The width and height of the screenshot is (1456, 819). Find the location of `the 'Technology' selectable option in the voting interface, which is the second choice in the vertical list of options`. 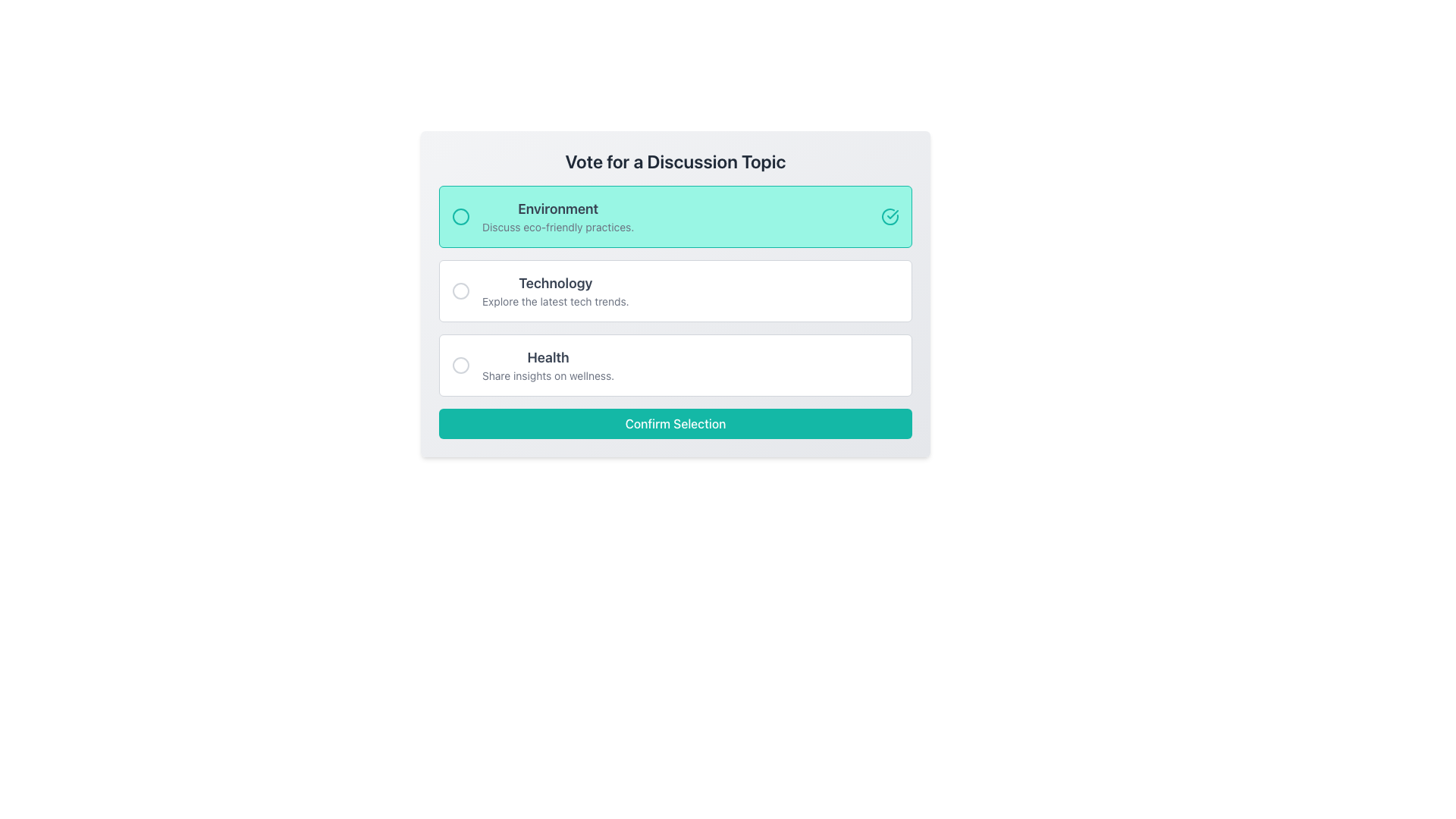

the 'Technology' selectable option in the voting interface, which is the second choice in the vertical list of options is located at coordinates (554, 291).